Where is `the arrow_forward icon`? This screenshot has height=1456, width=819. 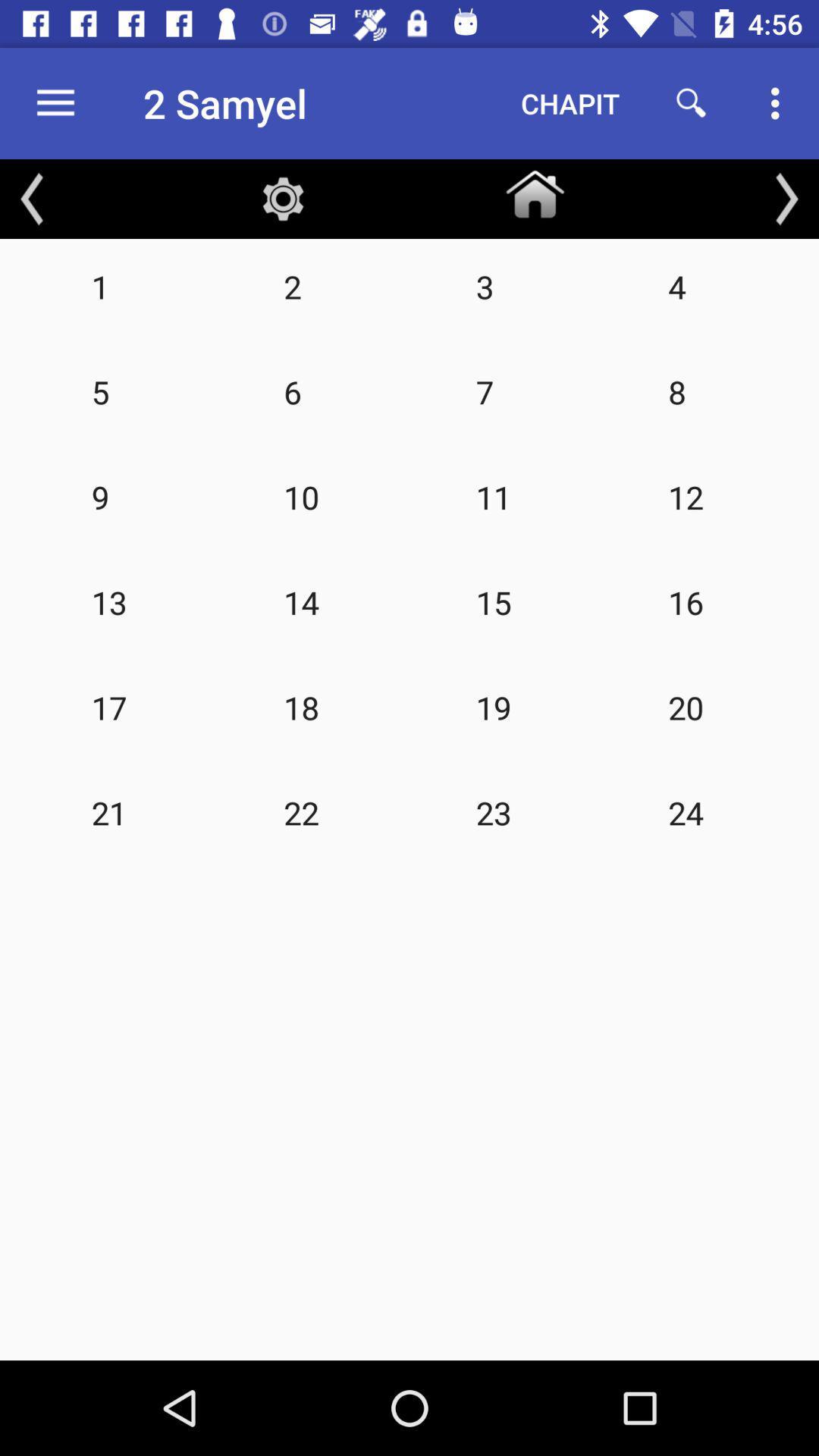
the arrow_forward icon is located at coordinates (786, 198).